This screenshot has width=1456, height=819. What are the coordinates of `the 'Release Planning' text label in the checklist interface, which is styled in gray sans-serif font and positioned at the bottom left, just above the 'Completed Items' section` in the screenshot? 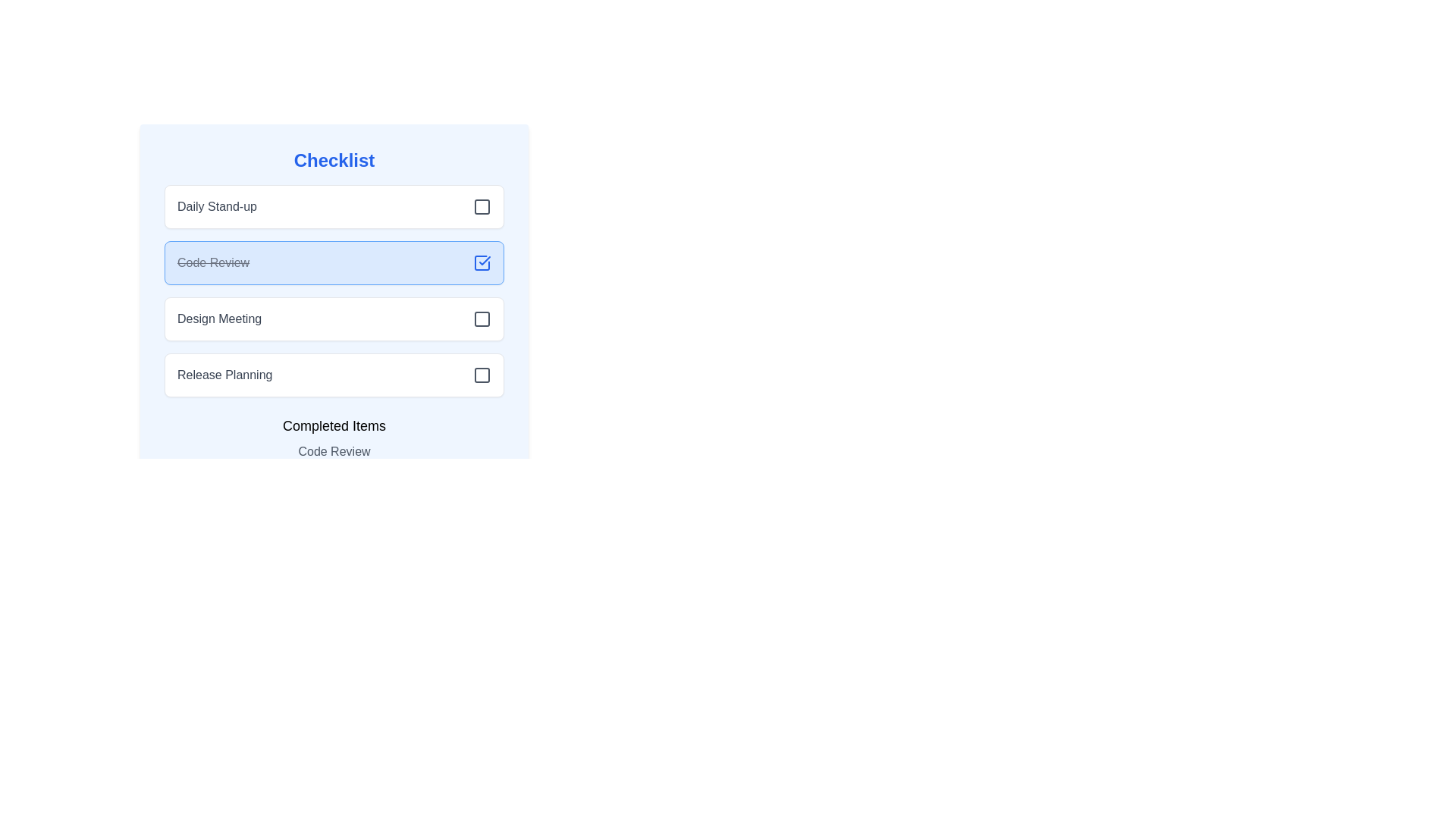 It's located at (224, 375).